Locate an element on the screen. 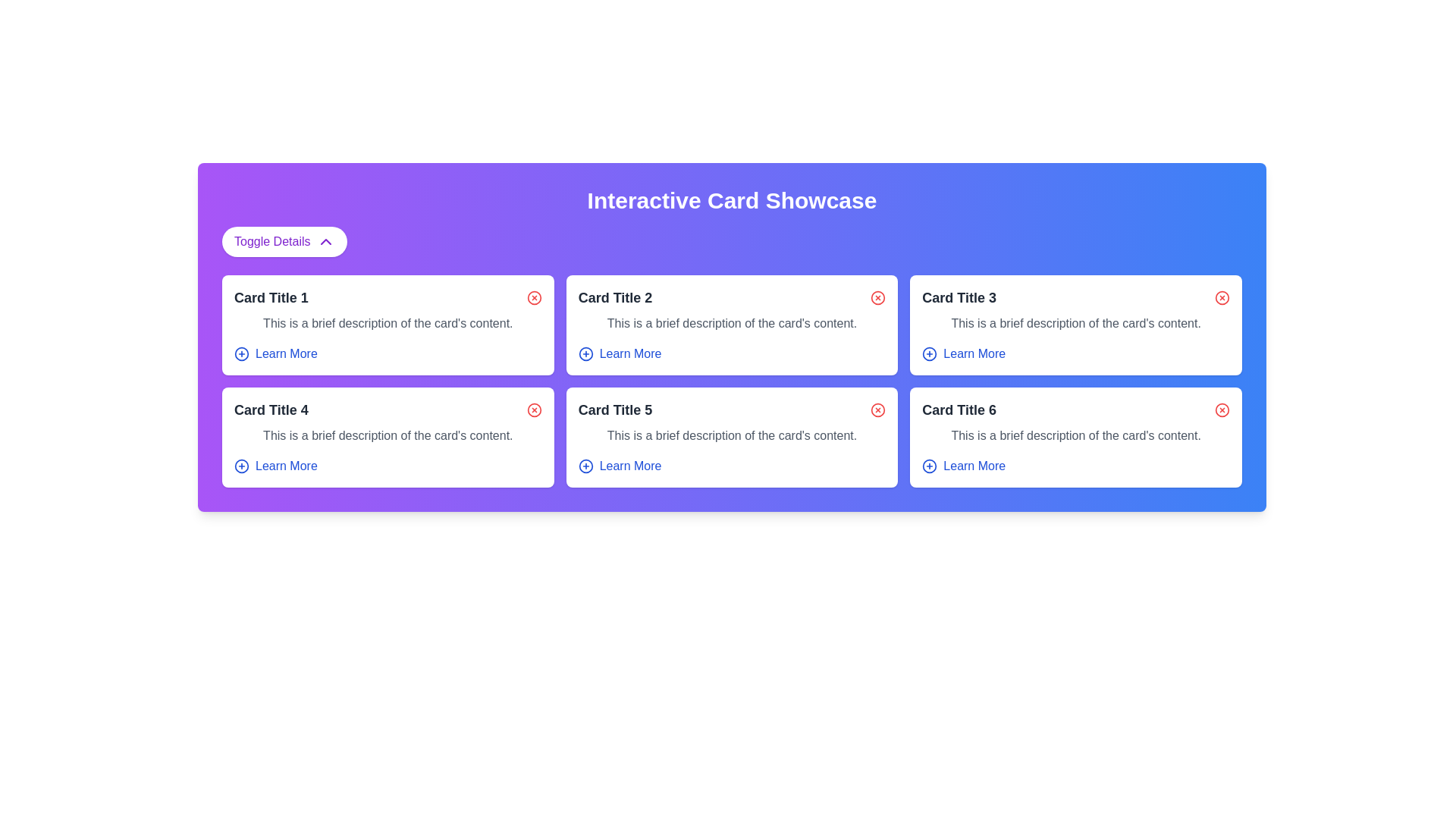  the close/delete icon located in the upper-right corner of the card titled 'Card Title 6' is located at coordinates (1222, 409).